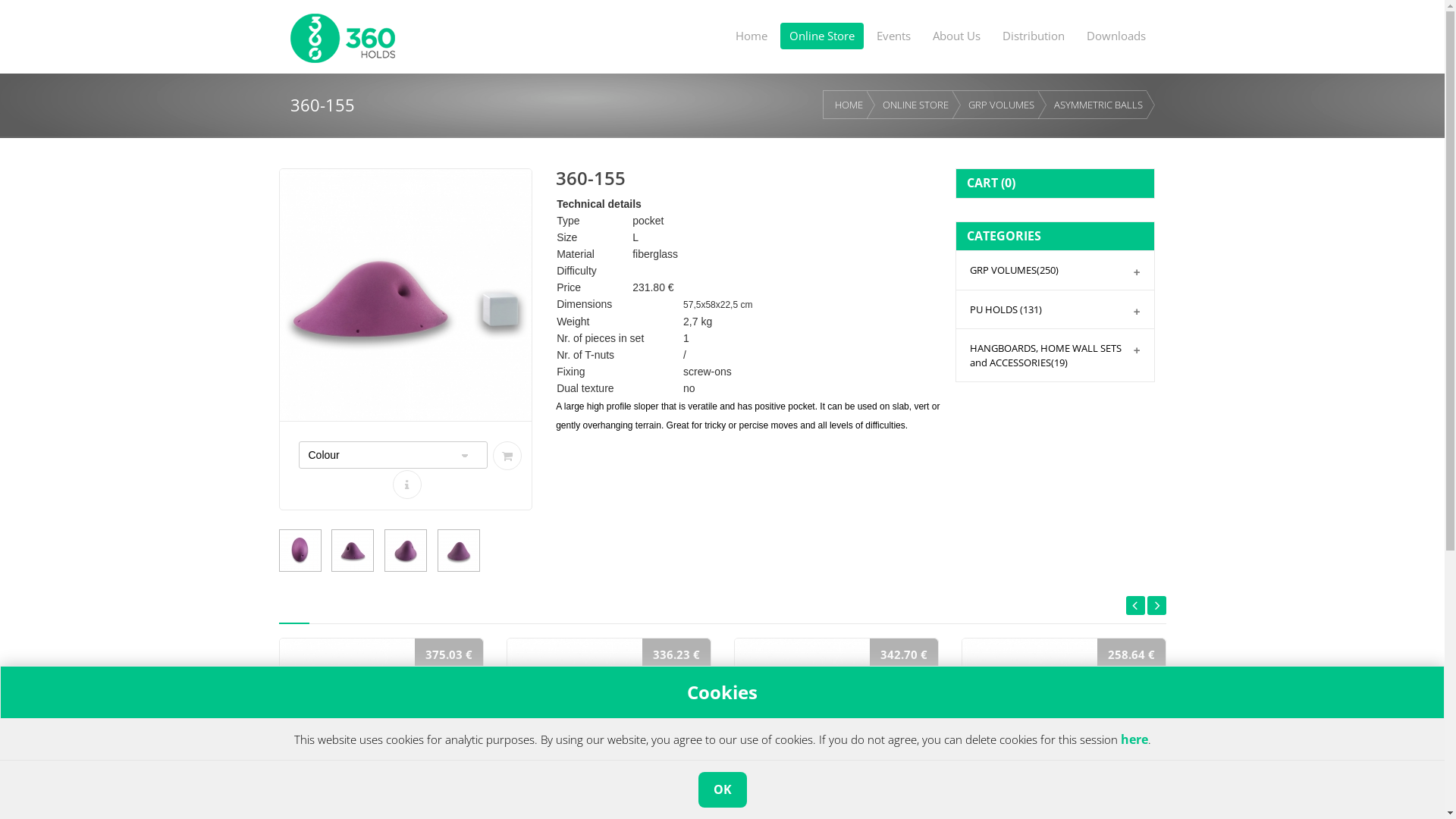 The image size is (1456, 819). I want to click on 'ONLINE STORE', so click(915, 104).